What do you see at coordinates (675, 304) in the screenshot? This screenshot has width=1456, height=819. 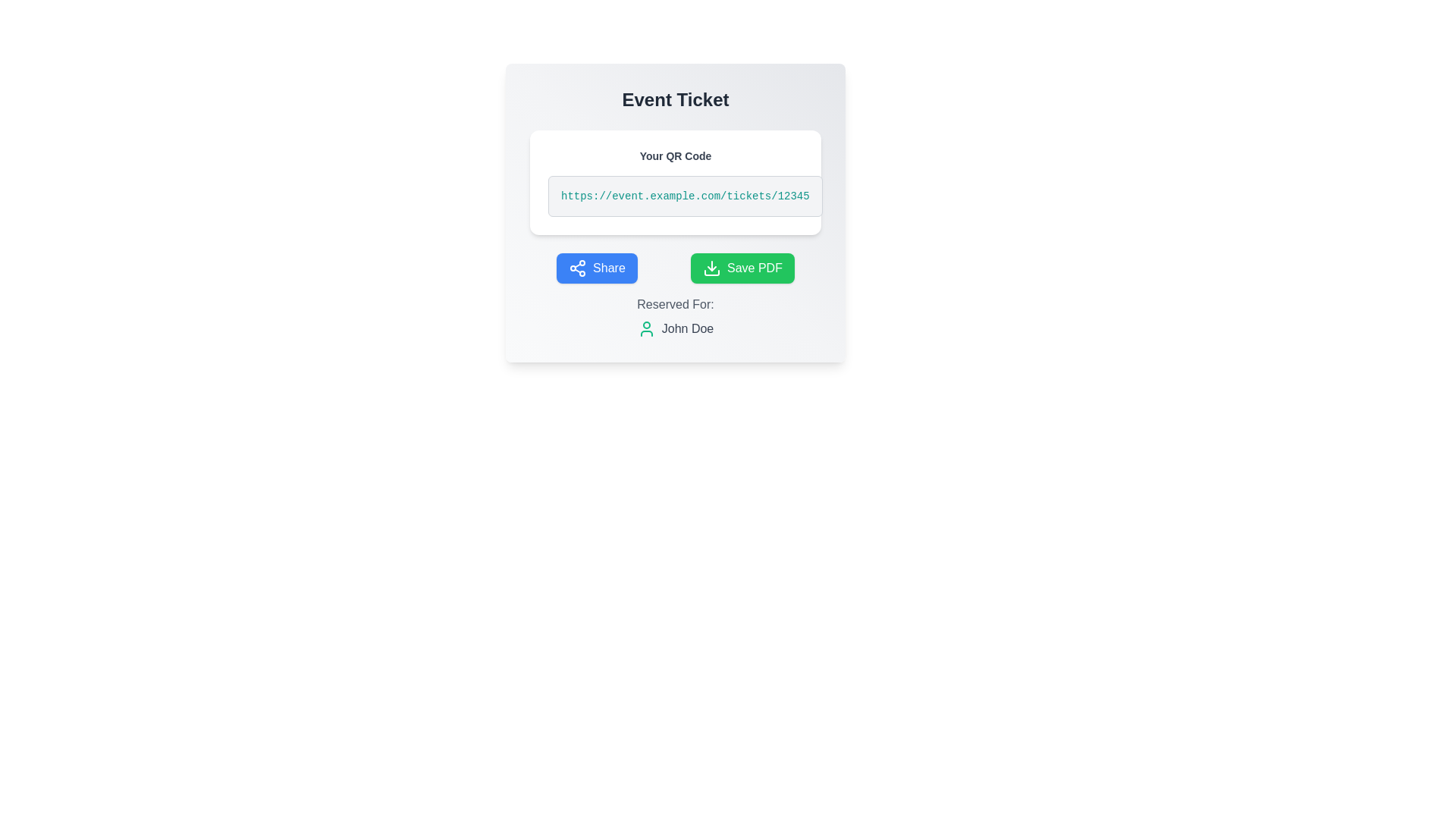 I see `text content of the text label displaying 'Reserved For:' which is styled in gray and positioned above the name 'John Doe'` at bounding box center [675, 304].